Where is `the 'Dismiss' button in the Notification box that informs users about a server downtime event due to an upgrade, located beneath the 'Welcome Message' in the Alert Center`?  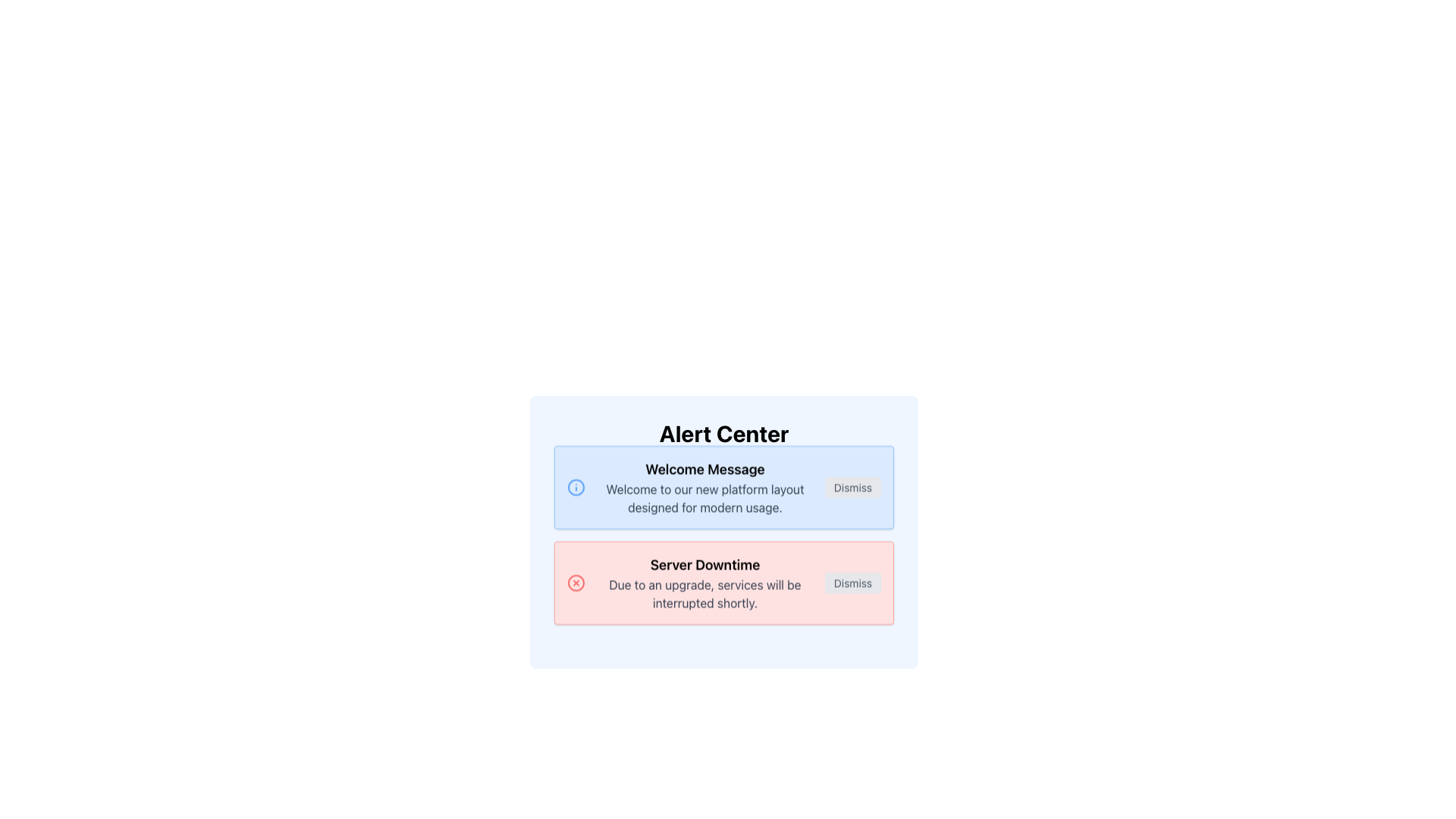
the 'Dismiss' button in the Notification box that informs users about a server downtime event due to an upgrade, located beneath the 'Welcome Message' in the Alert Center is located at coordinates (723, 555).